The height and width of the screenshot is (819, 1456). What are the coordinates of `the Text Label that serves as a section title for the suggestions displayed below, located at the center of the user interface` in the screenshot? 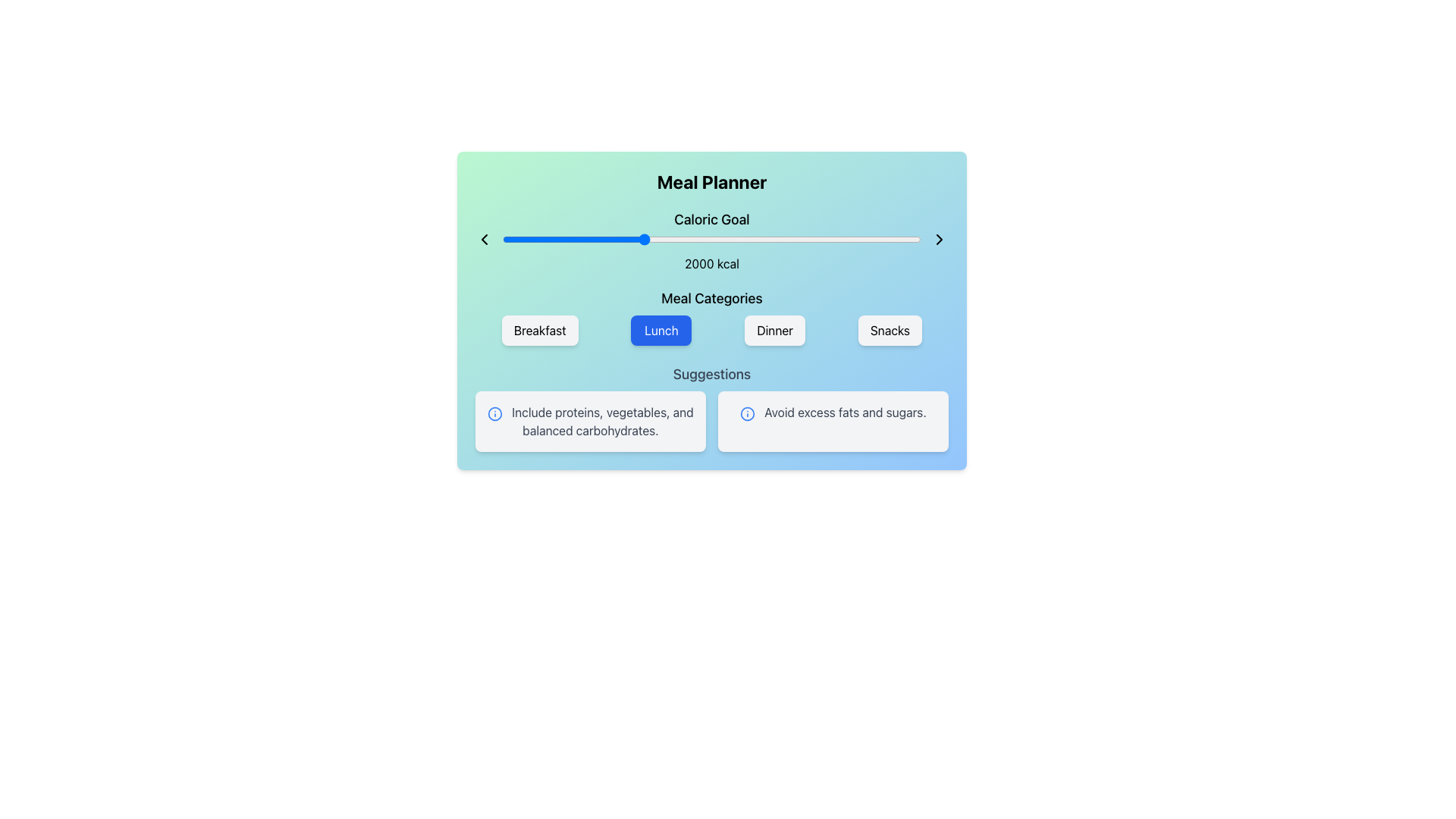 It's located at (711, 374).